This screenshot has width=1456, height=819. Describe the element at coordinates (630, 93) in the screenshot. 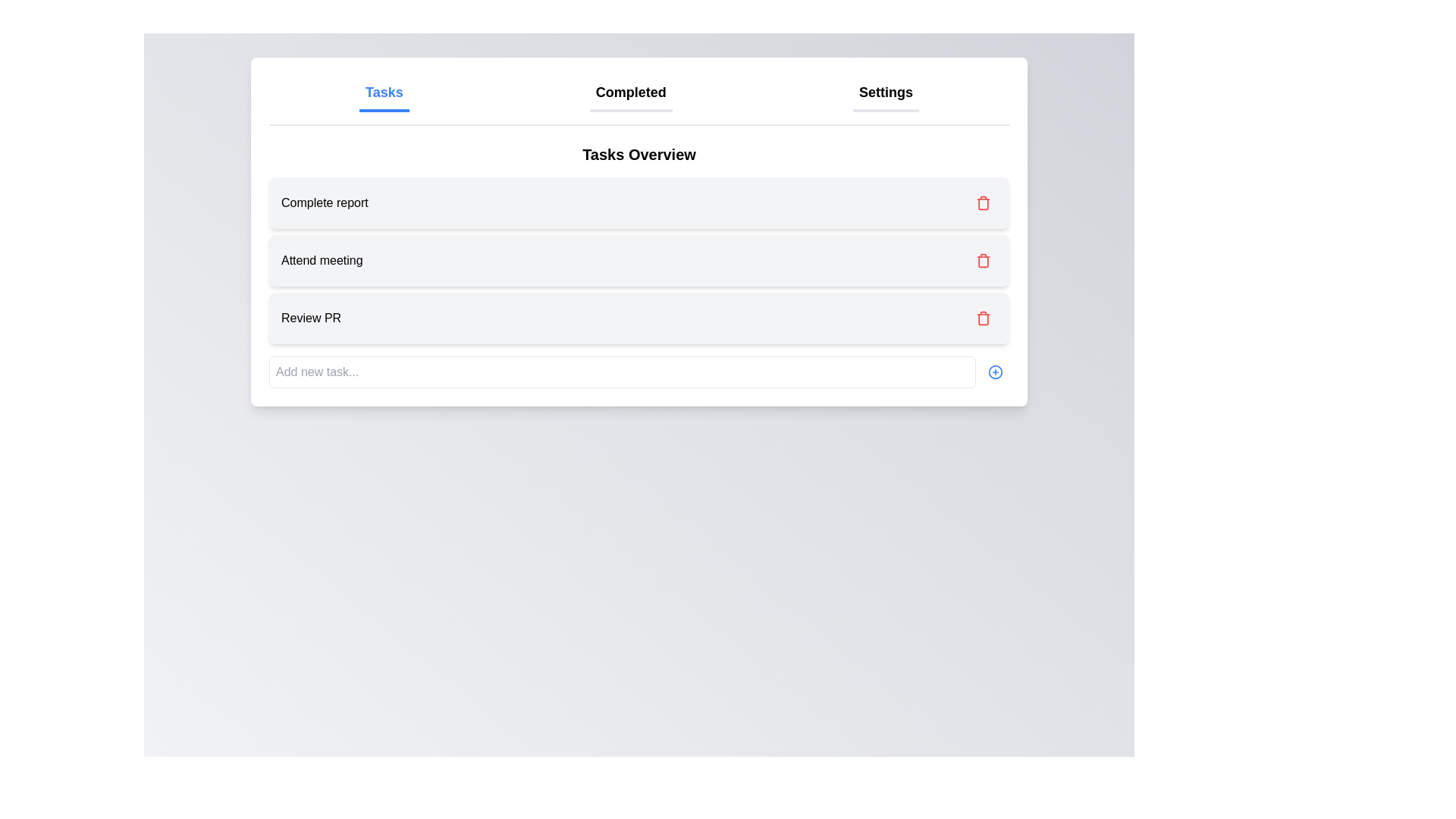

I see `the 'Completed' button, which is a bold text label located between 'Tasks' and 'Settings' at the top of the interface` at that location.